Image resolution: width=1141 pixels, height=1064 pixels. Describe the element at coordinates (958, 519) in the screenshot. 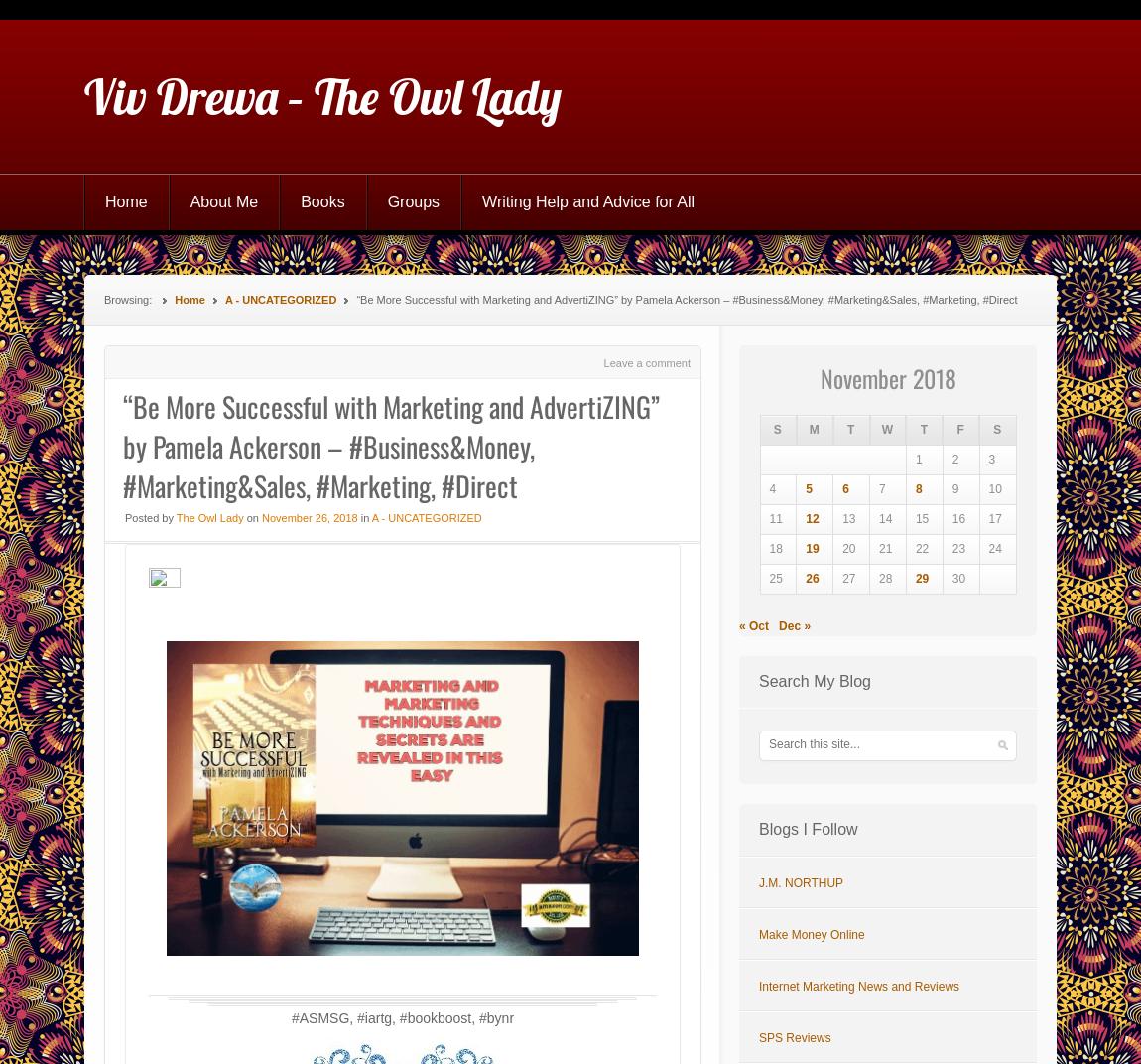

I see `'16'` at that location.